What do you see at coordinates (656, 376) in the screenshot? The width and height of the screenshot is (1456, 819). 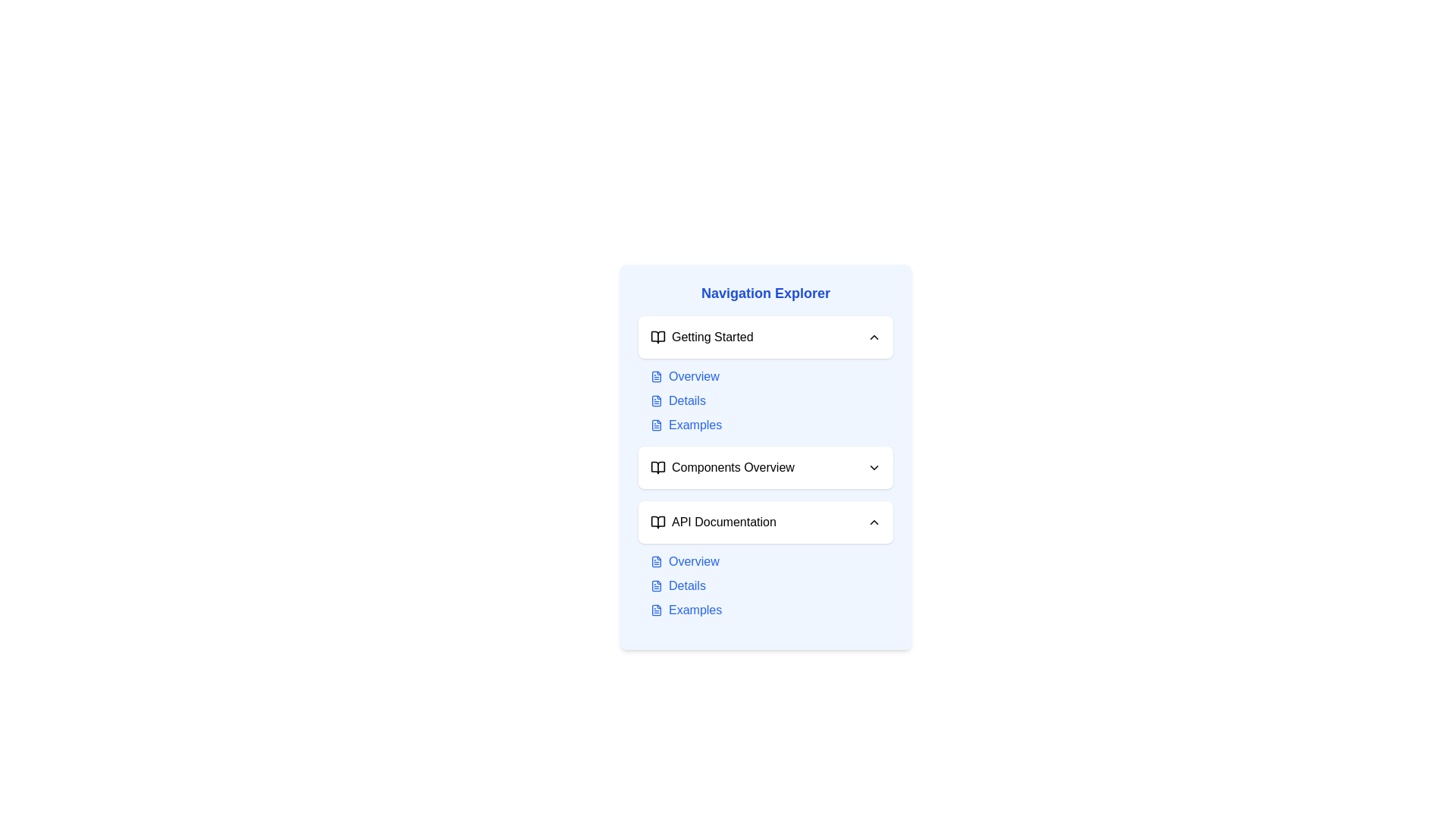 I see `the 'Overview' icon in the navigation menu, which is located under the 'Getting Started' section and is the first icon among its siblings` at bounding box center [656, 376].